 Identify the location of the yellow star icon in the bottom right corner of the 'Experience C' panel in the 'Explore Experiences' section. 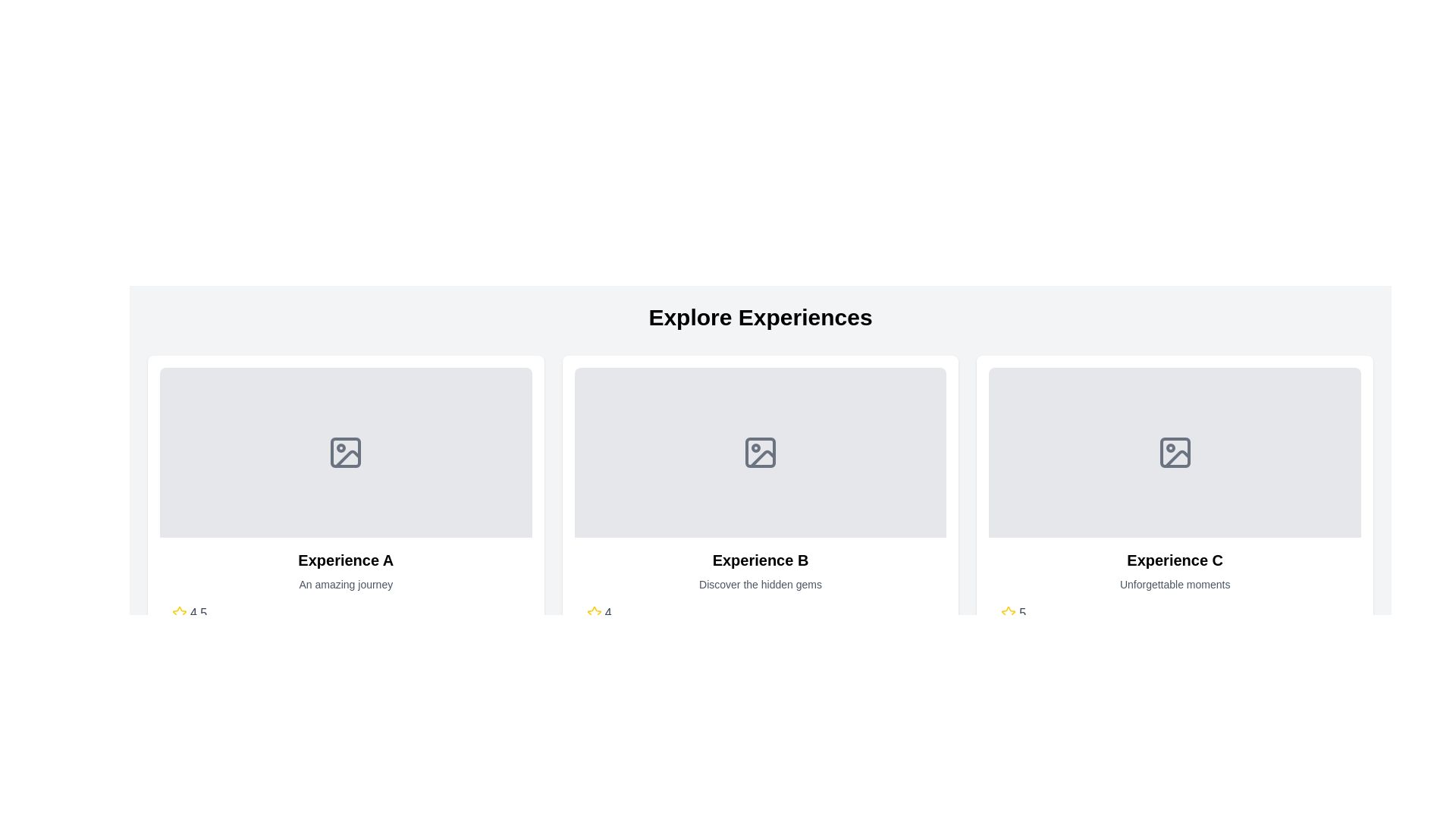
(1009, 612).